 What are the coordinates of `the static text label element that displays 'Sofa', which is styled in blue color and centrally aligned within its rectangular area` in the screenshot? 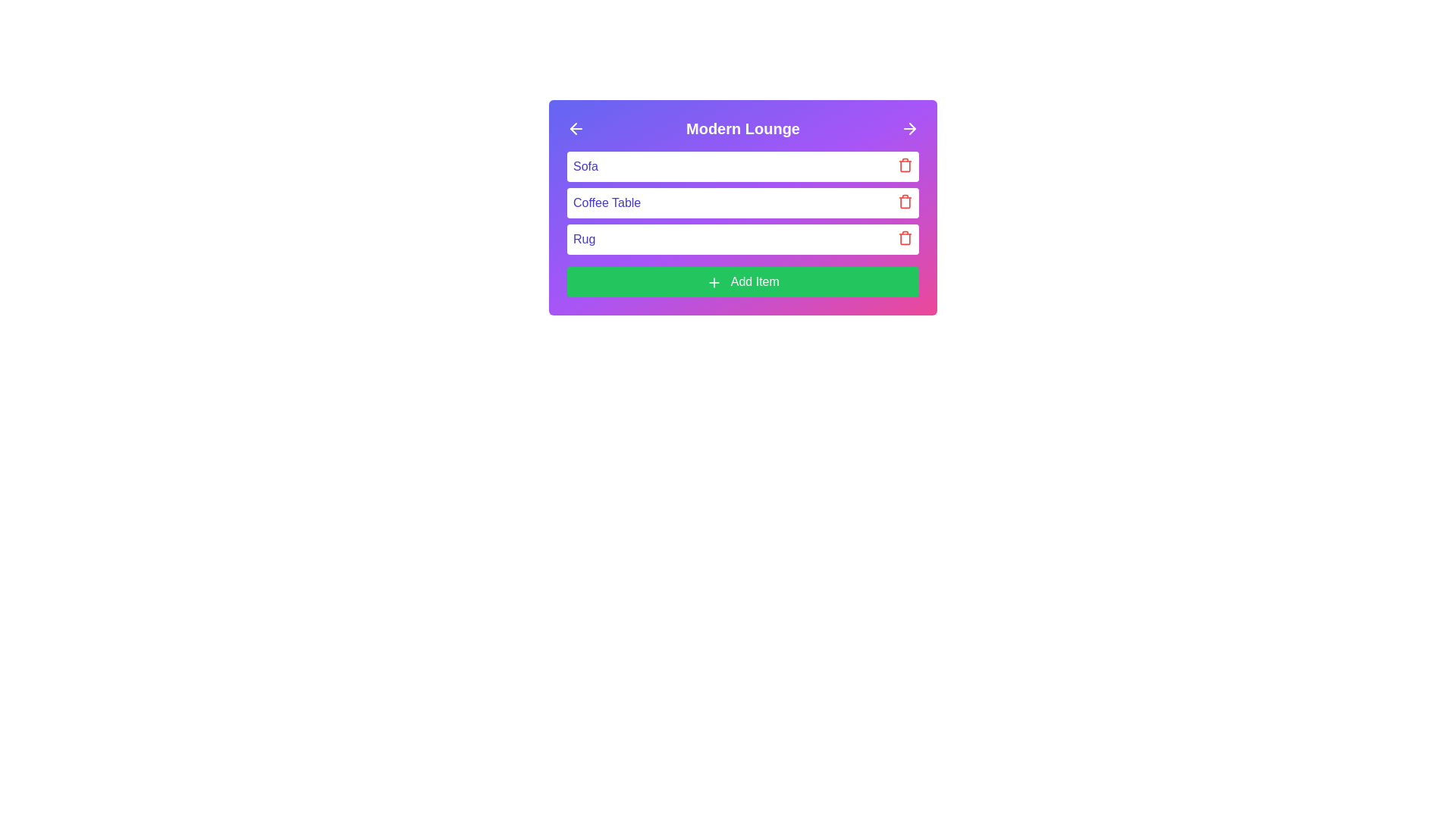 It's located at (585, 166).